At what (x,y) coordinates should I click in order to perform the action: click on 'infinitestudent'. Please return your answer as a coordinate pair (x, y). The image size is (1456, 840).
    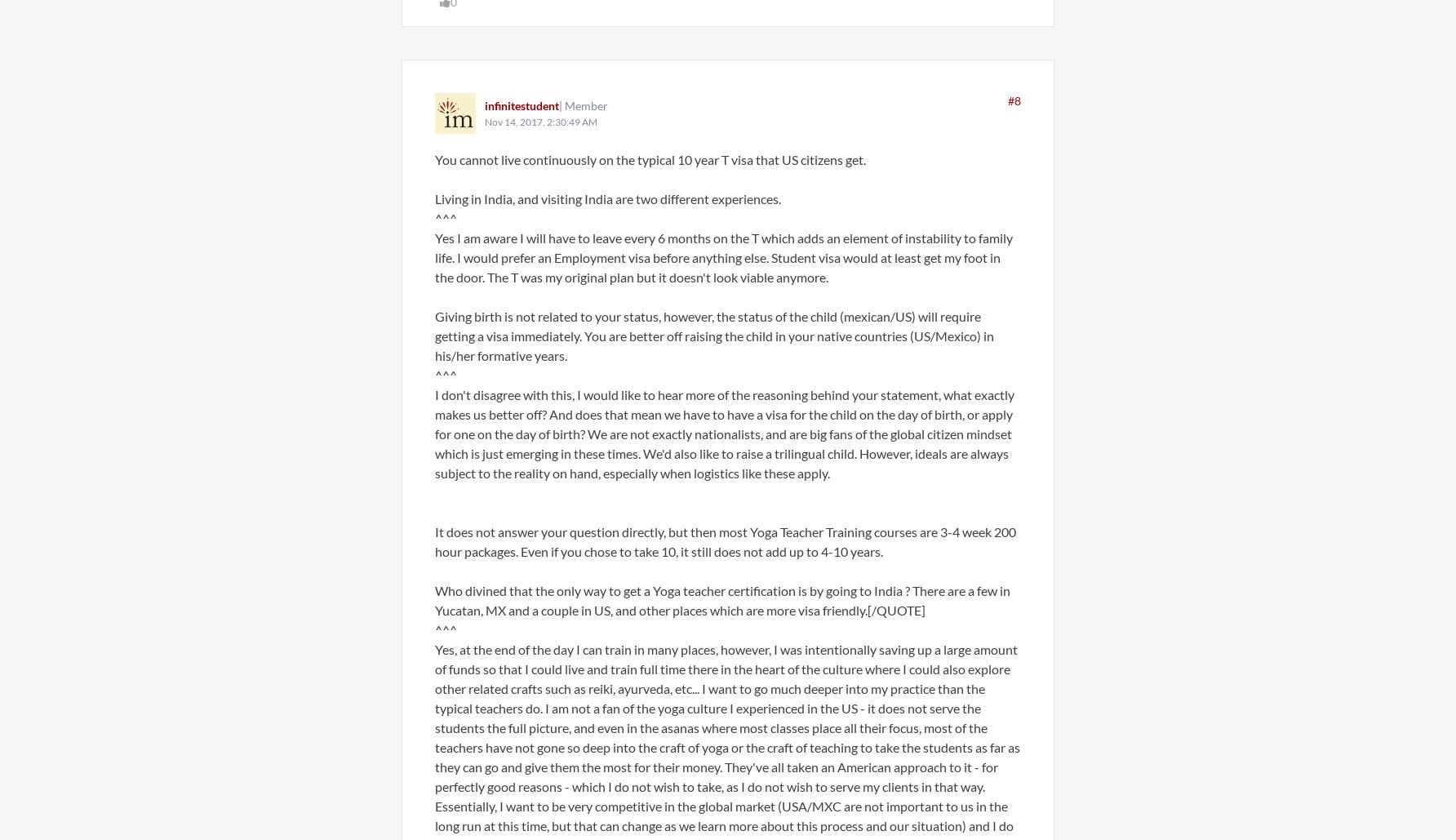
    Looking at the image, I should click on (521, 104).